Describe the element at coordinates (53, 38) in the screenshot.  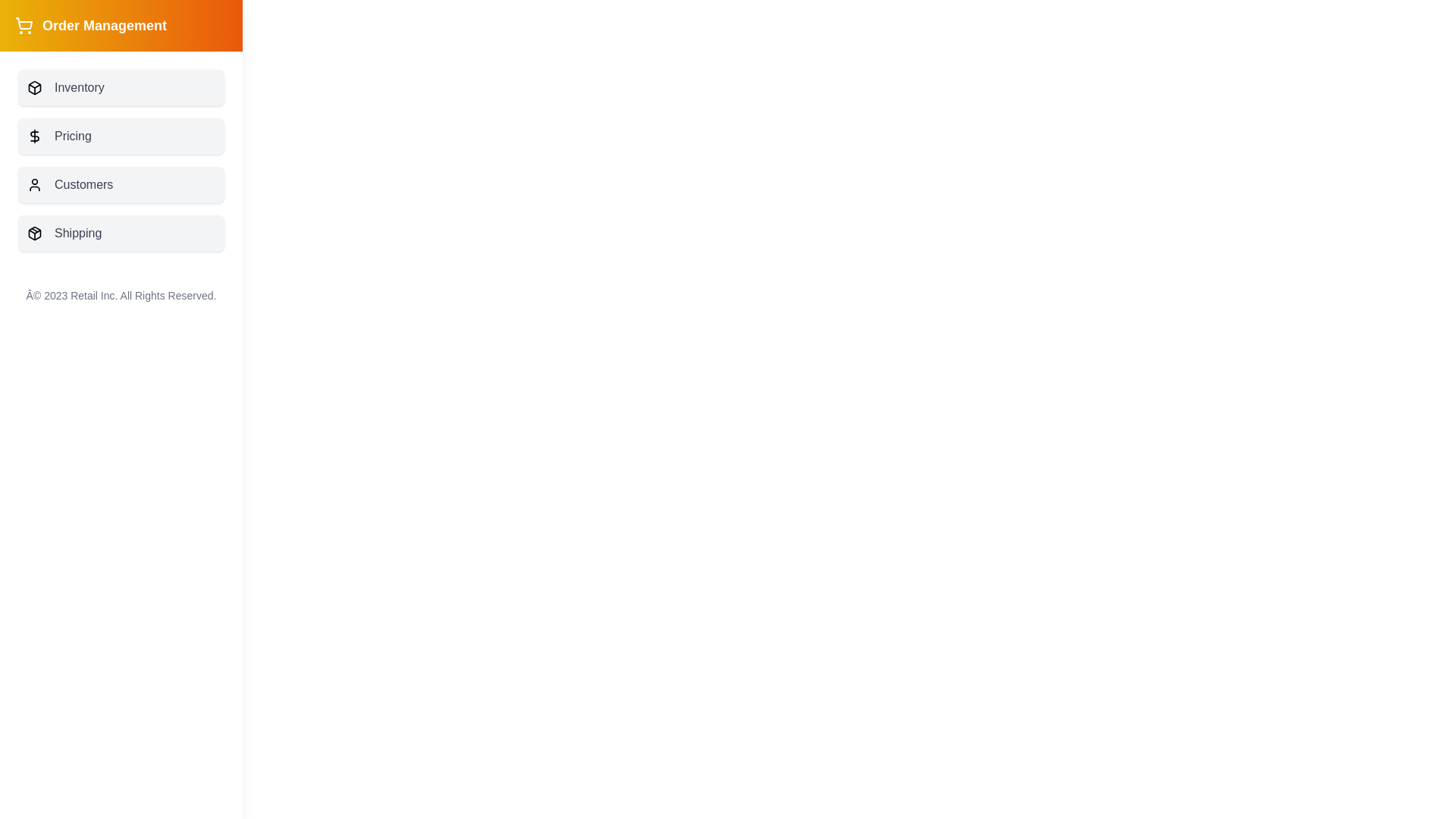
I see `the toggle button to change the drawer's visibility state` at that location.